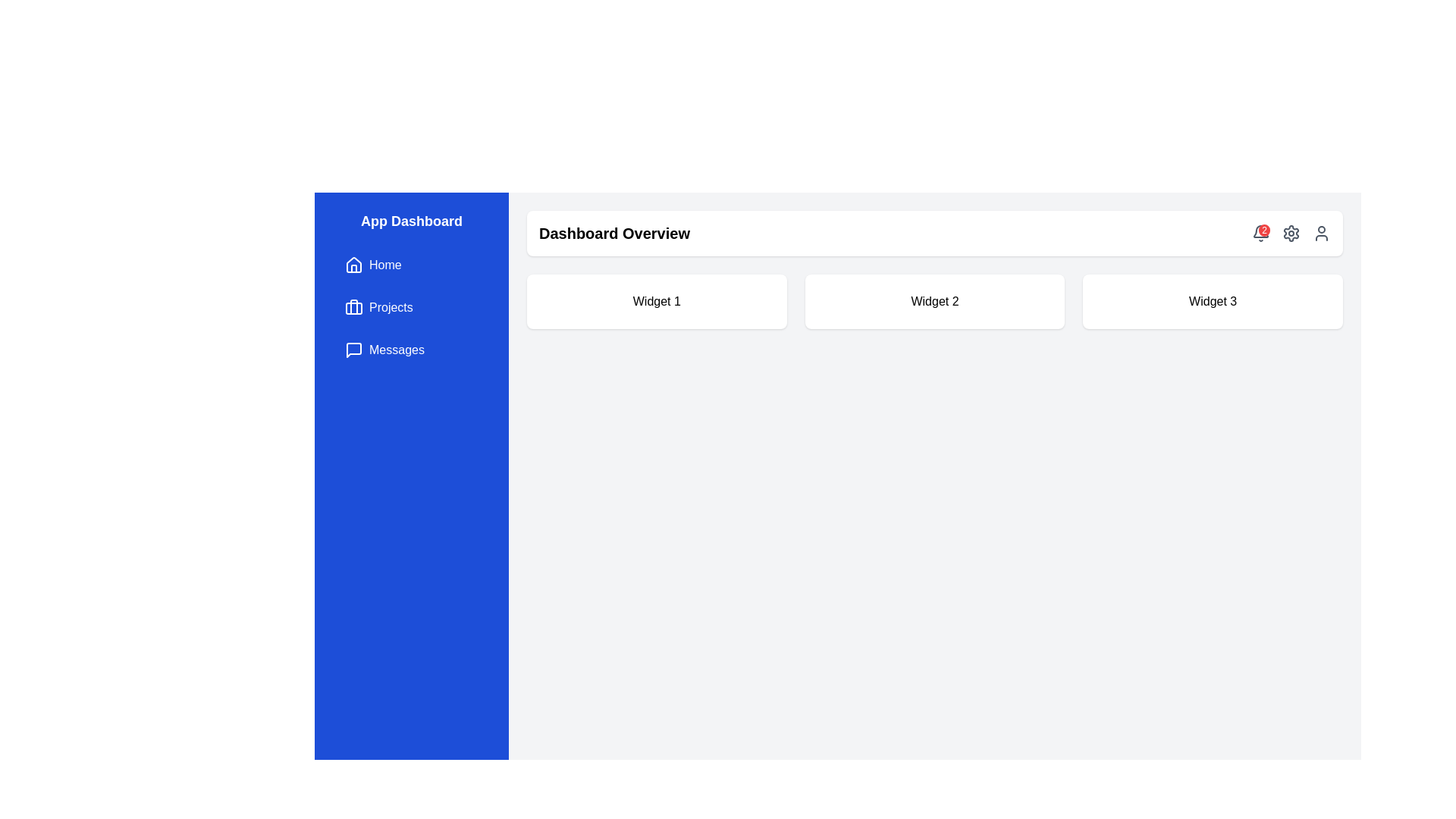 The width and height of the screenshot is (1456, 819). I want to click on the Indicator Badge that displays the number of new notifications, located in the top-right corner of the bell-shaped notification icon in the header bar, so click(1264, 231).